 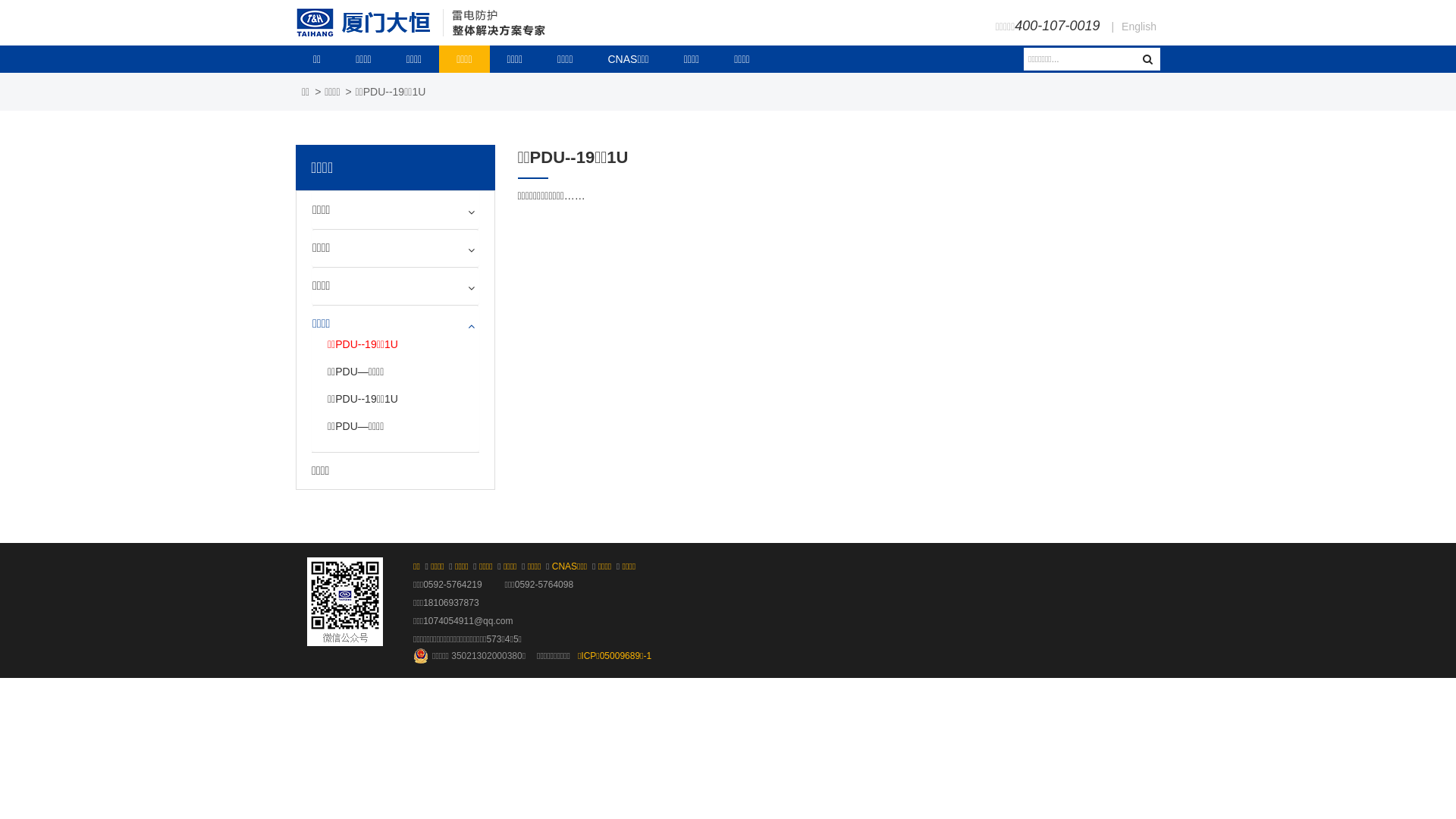 I want to click on 'English', so click(x=1113, y=26).